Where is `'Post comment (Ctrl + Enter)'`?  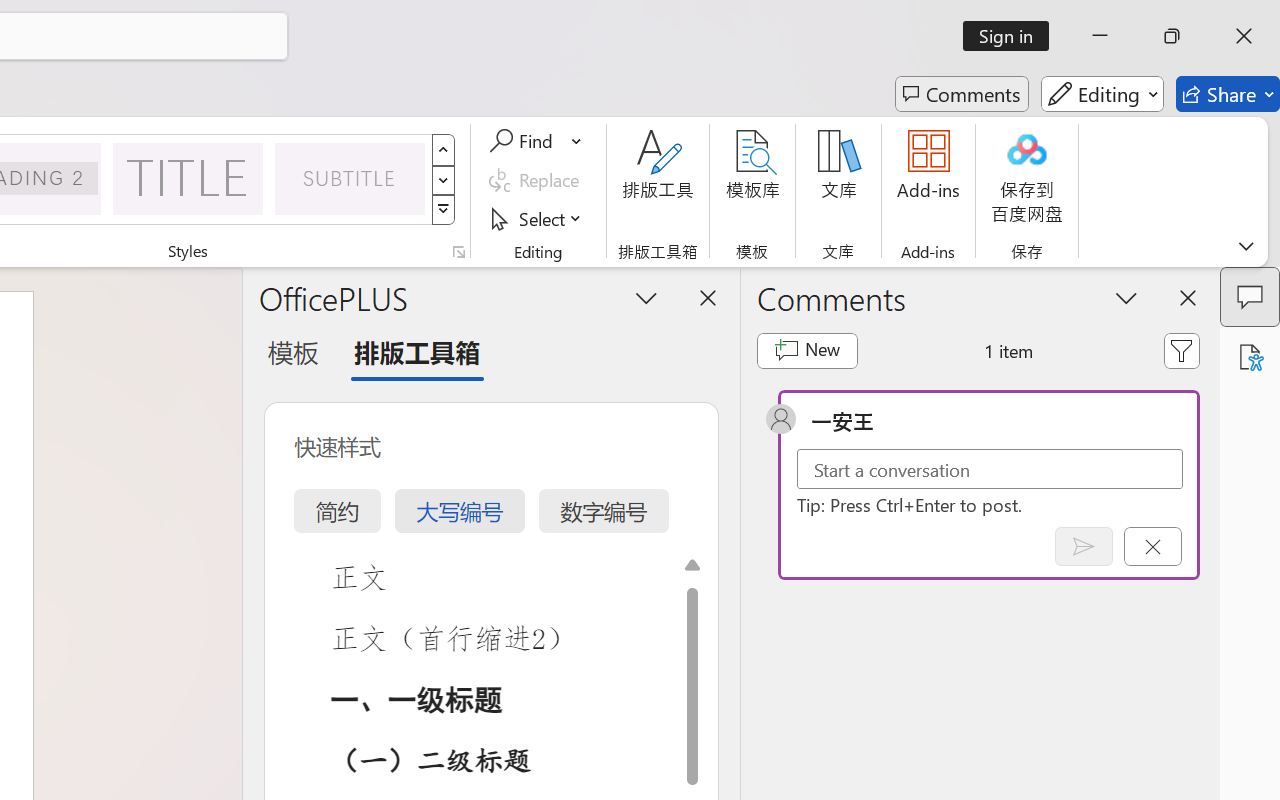 'Post comment (Ctrl + Enter)' is located at coordinates (1083, 546).